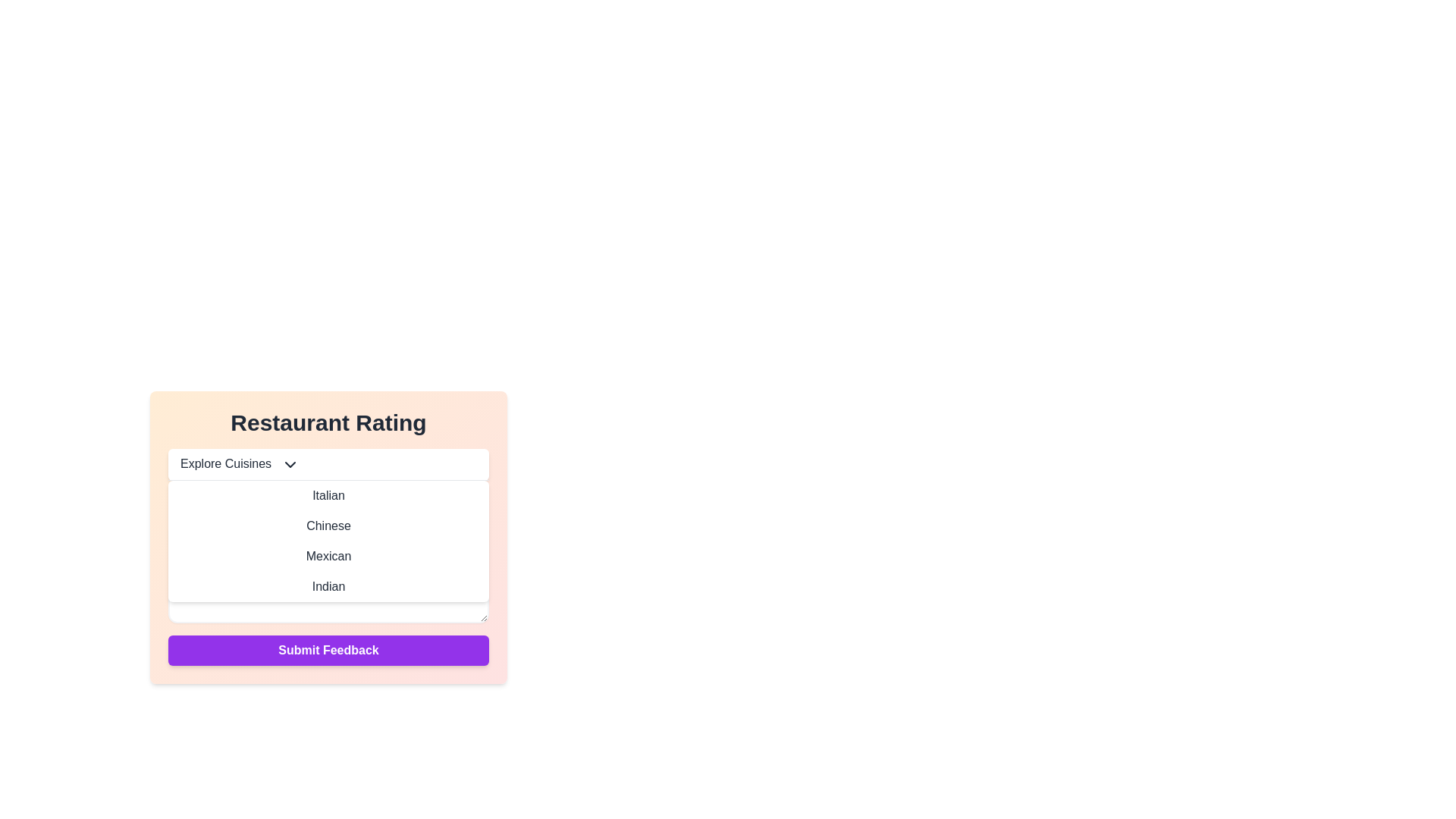 The height and width of the screenshot is (819, 1456). Describe the element at coordinates (328, 423) in the screenshot. I see `the large, bold heading 'Restaurant Rating' which is styled with a dark gray font and centered alignment, located at the top of the panel above the 'Explore Cuisines' dropdown` at that location.